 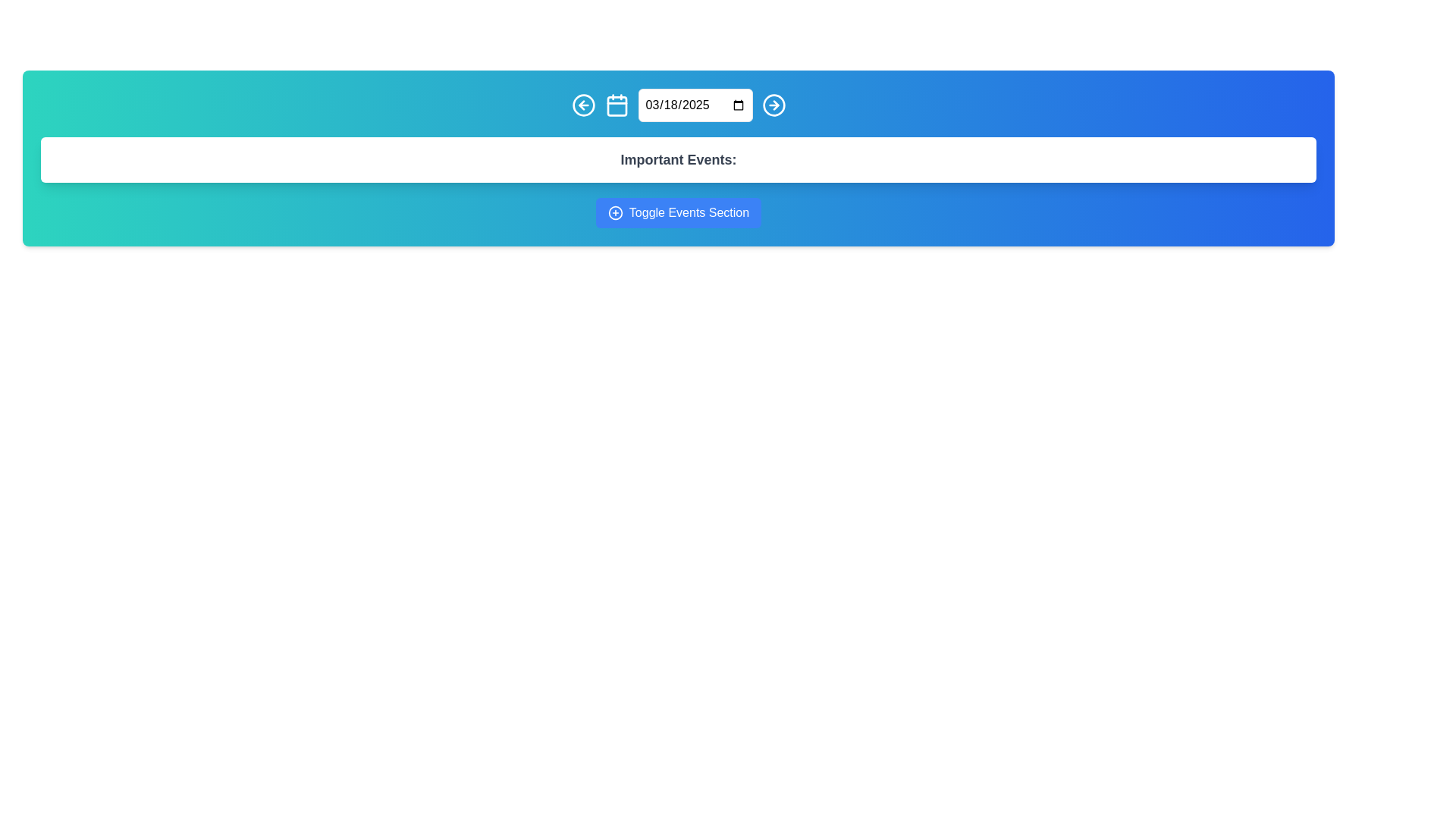 What do you see at coordinates (615, 213) in the screenshot?
I see `the circular plus icon, which is part of the blue button labeled 'Toggle Events Section' located below the text 'Important Events'` at bounding box center [615, 213].